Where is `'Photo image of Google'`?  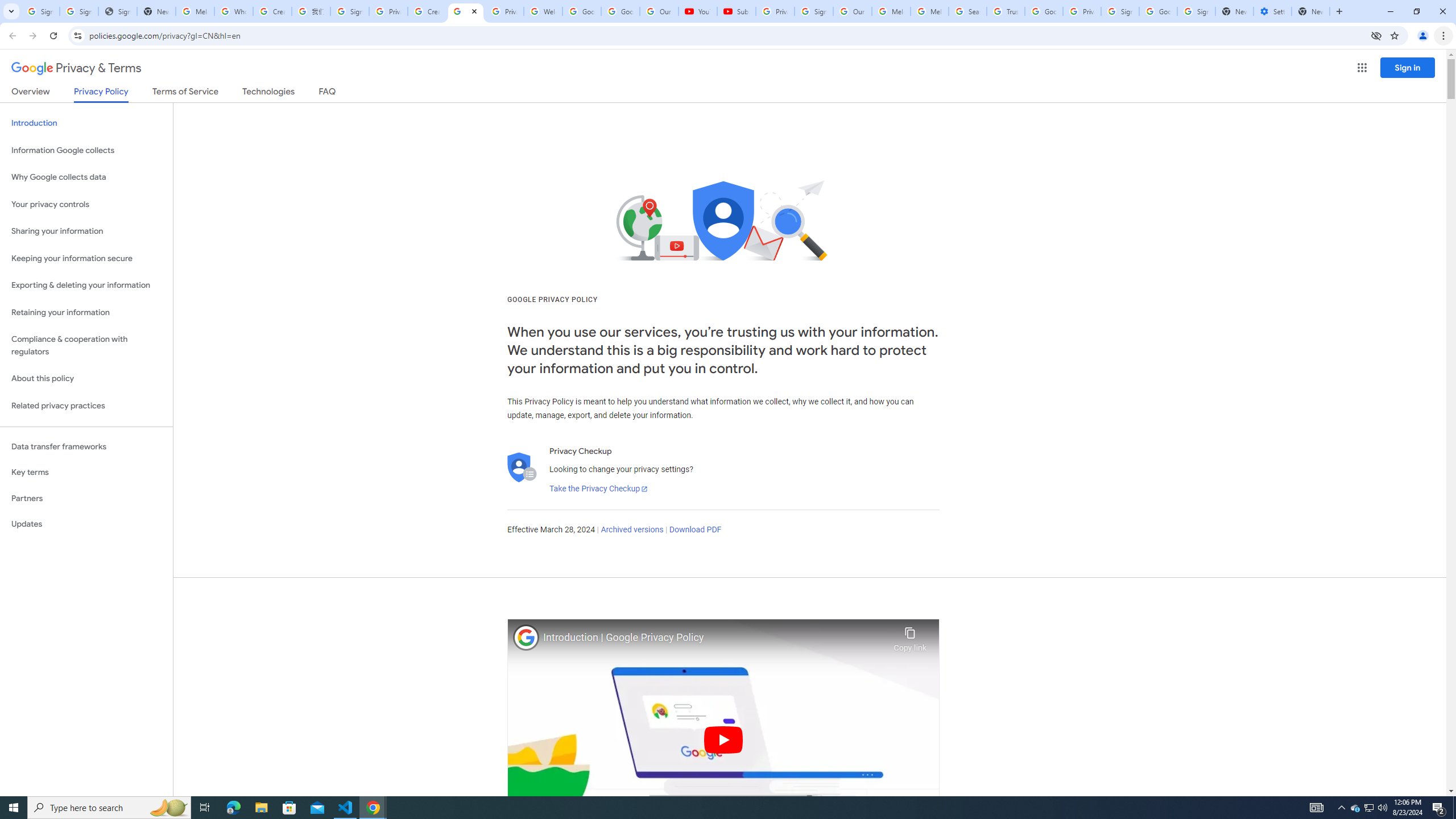
'Photo image of Google' is located at coordinates (526, 636).